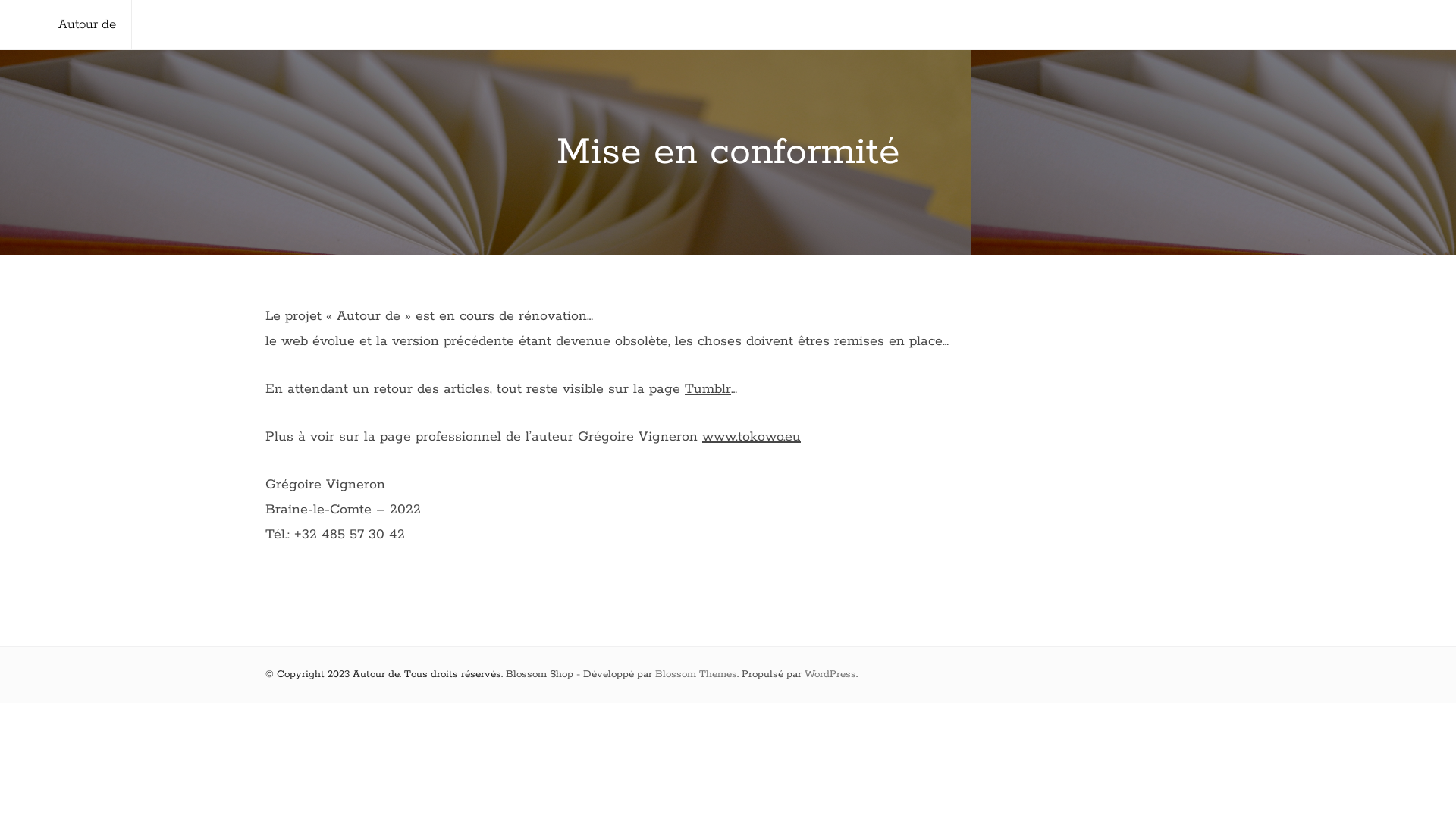 The height and width of the screenshot is (819, 1456). Describe the element at coordinates (352, 673) in the screenshot. I see `'Autour de'` at that location.